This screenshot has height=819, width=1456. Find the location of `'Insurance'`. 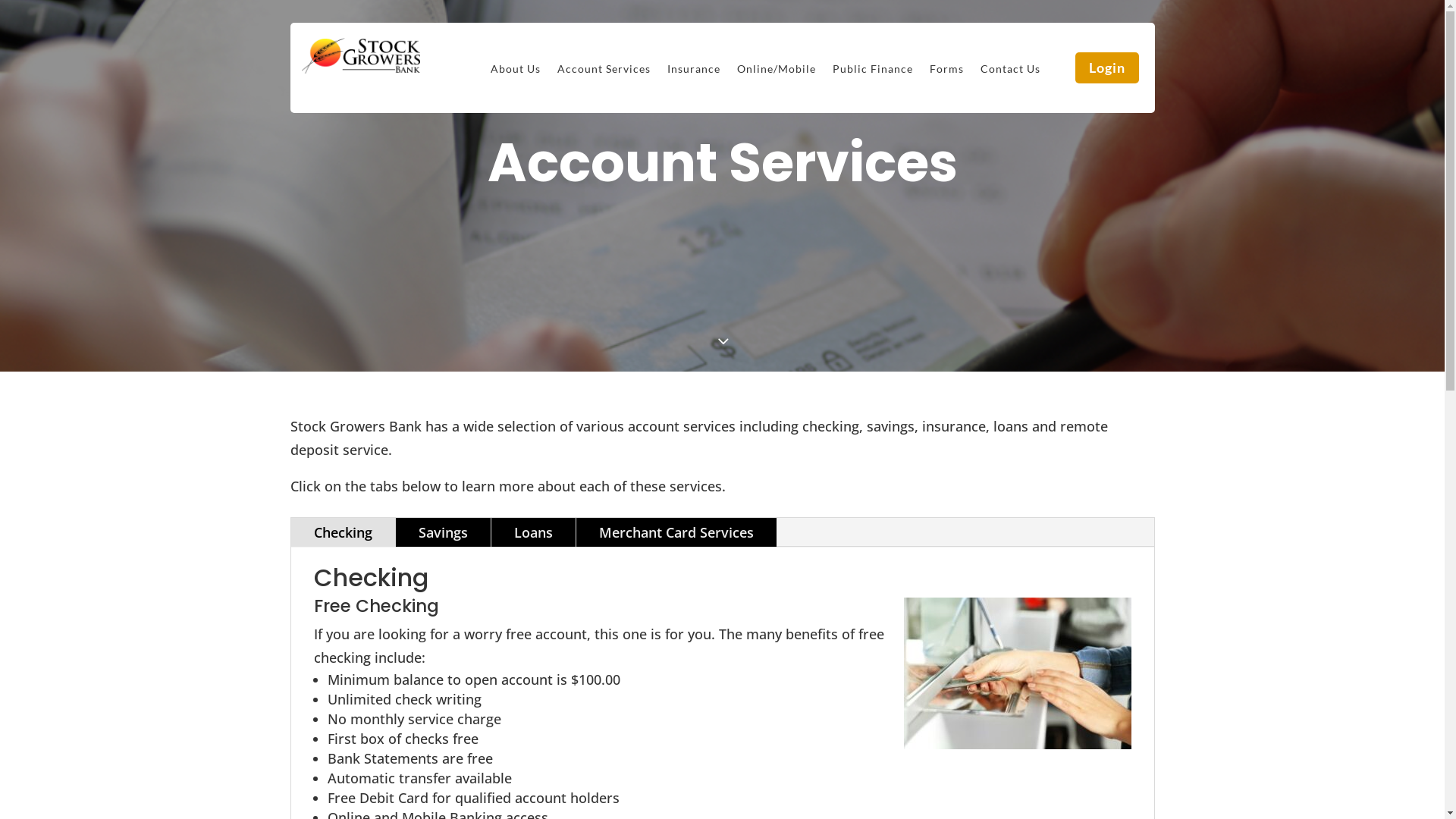

'Insurance' is located at coordinates (693, 72).